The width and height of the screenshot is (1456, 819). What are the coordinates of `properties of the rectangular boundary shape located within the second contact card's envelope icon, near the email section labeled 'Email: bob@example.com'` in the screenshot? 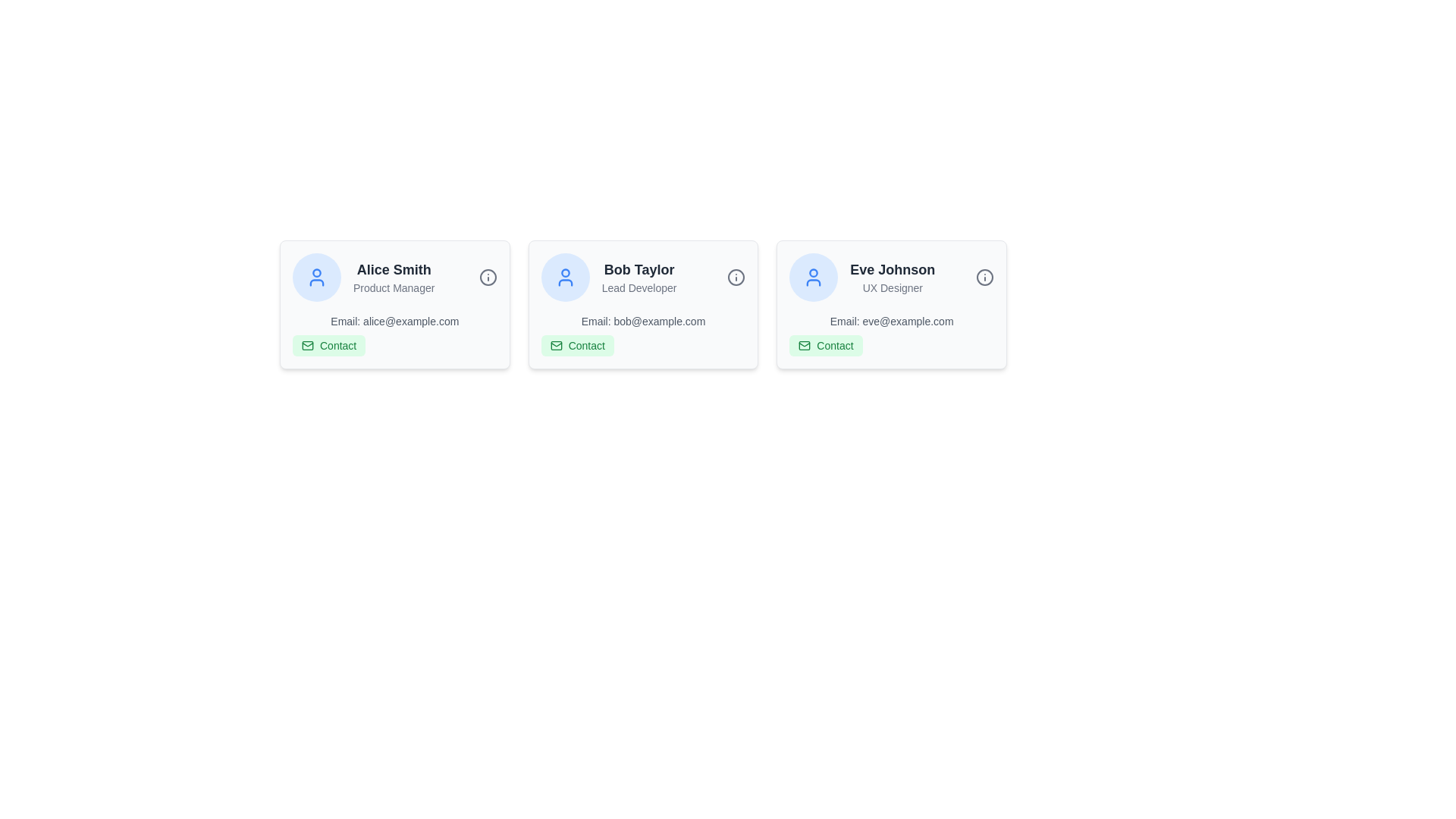 It's located at (555, 345).